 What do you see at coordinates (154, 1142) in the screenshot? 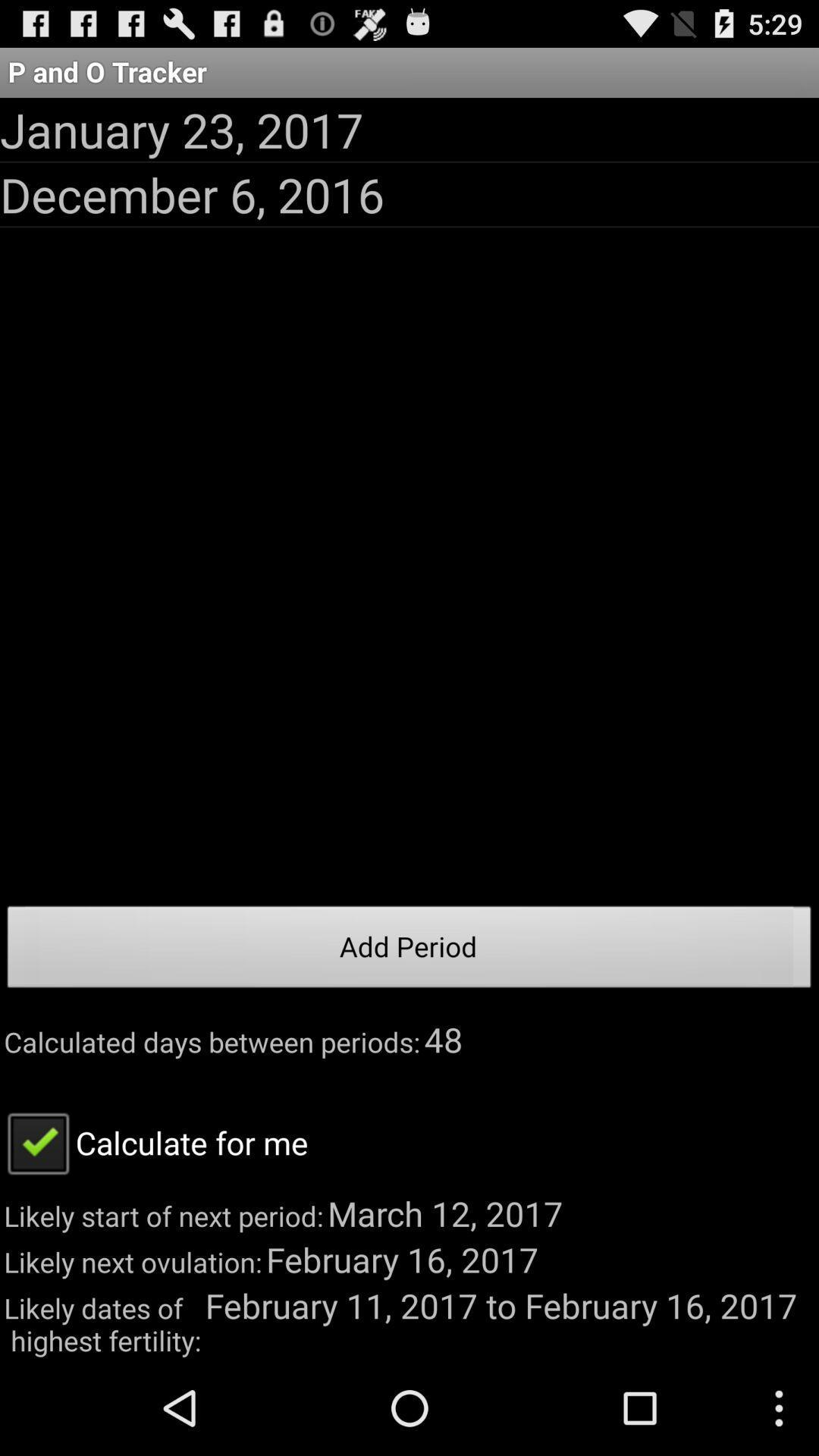
I see `the app above the likely start of item` at bounding box center [154, 1142].